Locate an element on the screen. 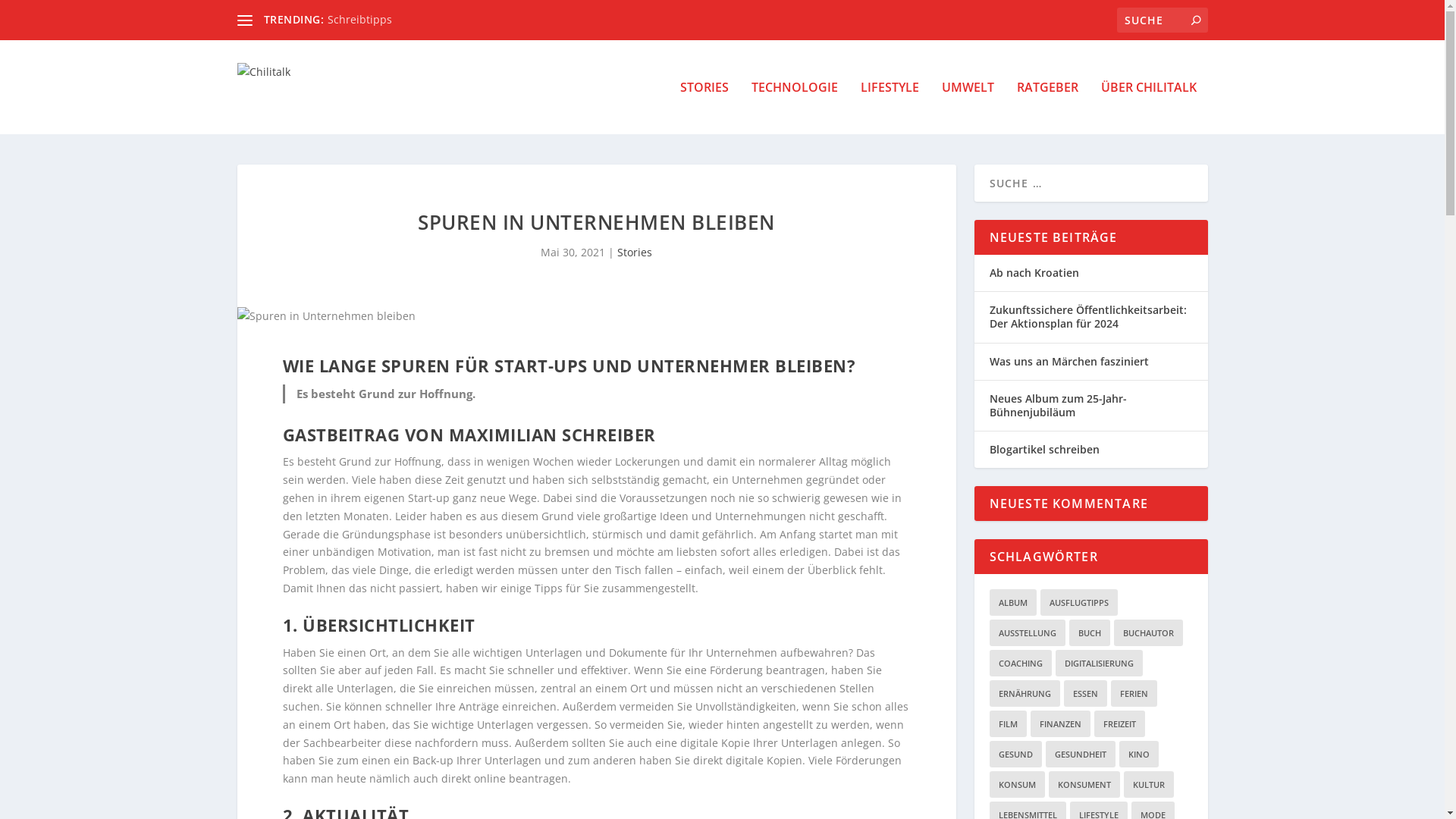 The image size is (1456, 819). 'COACHING' is located at coordinates (1019, 662).